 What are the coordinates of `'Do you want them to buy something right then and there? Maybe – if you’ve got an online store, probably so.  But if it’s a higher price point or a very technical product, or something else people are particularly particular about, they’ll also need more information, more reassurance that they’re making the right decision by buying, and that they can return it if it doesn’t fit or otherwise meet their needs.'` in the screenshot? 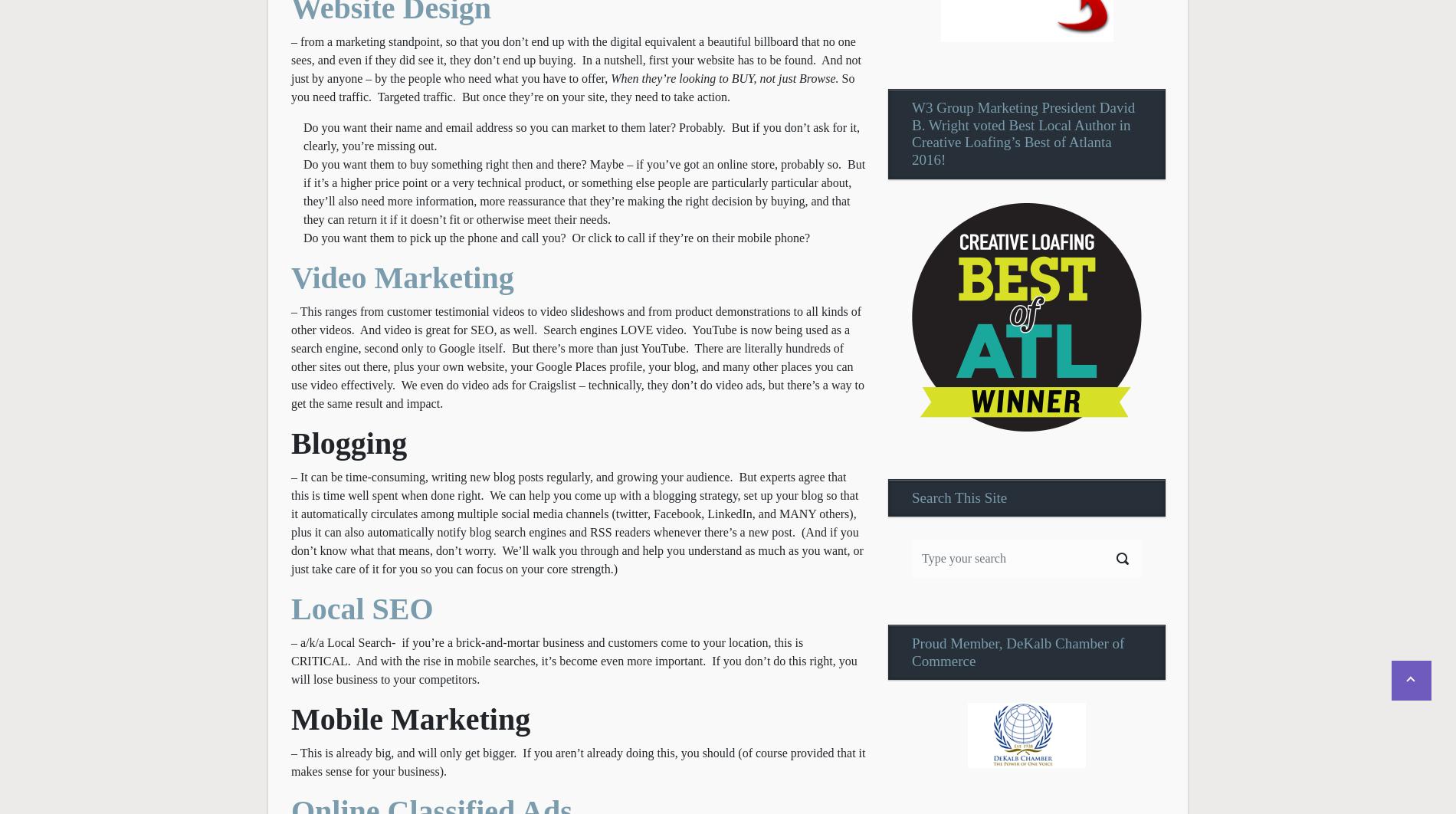 It's located at (583, 191).